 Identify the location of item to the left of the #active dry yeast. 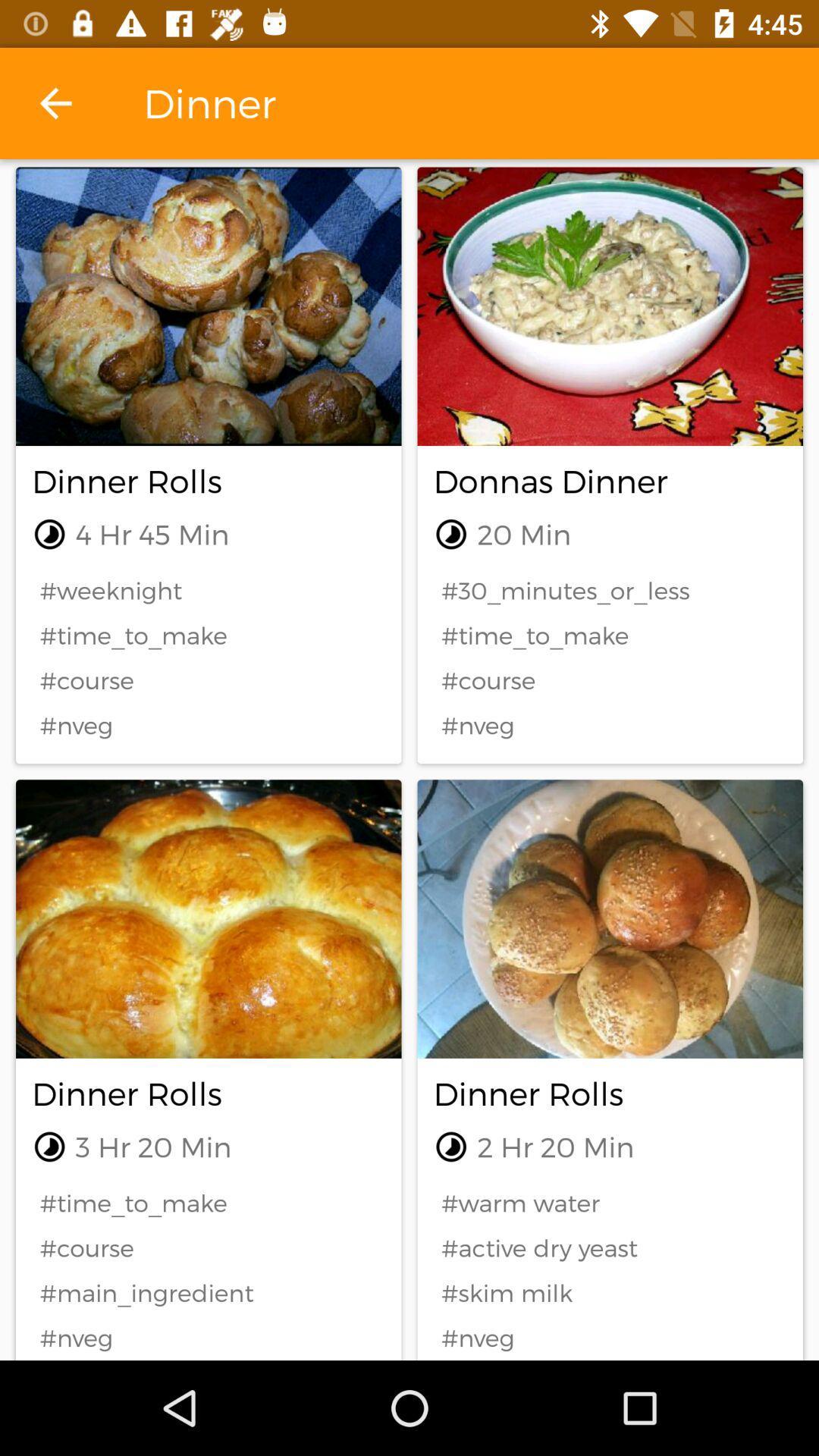
(209, 1292).